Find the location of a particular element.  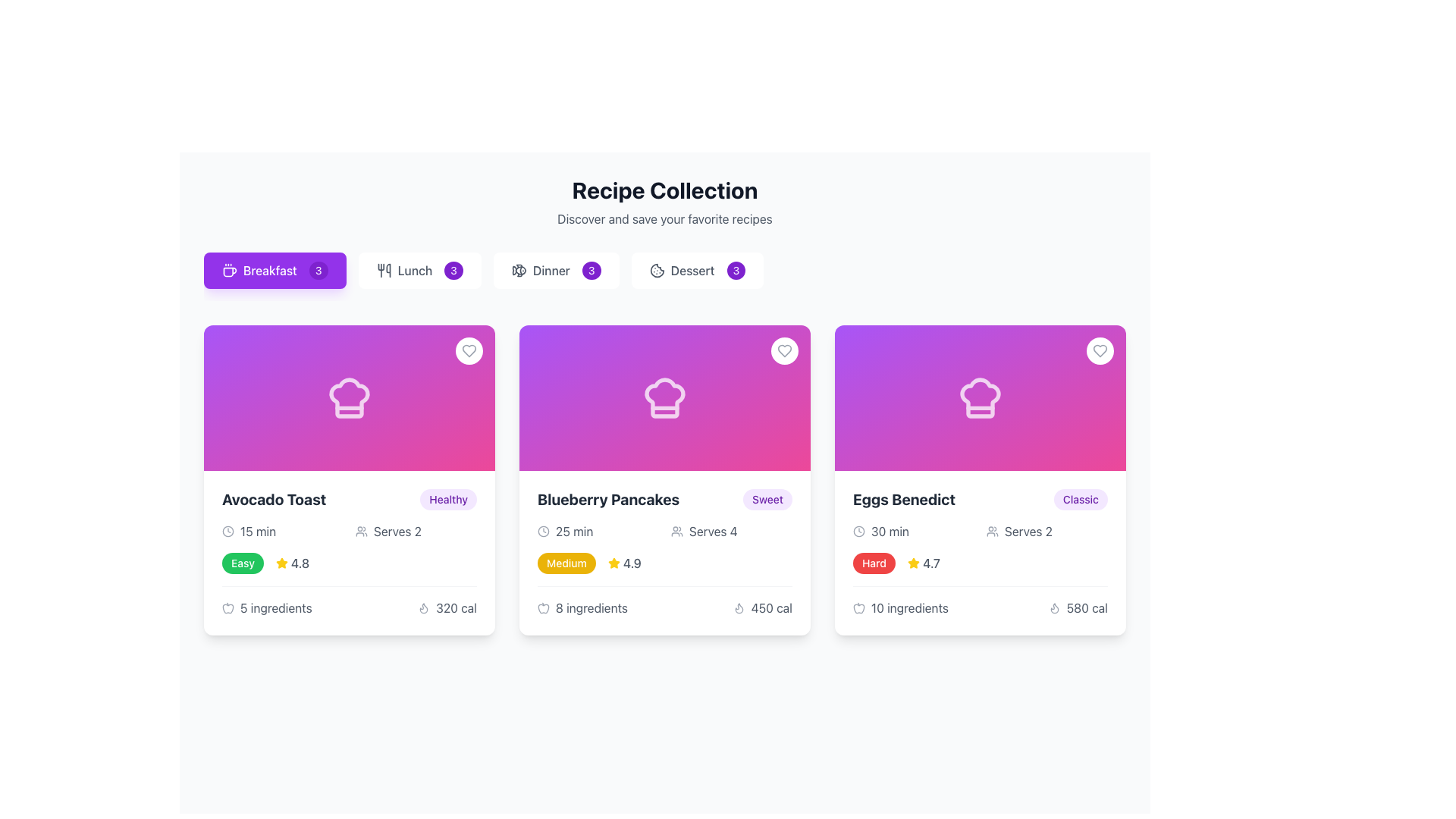

the flame-shaped icon represented as an SVG image located in the lower-right section of the 'Avocado Toast' card, adjacent to the '320 cal' text, for accessibility purposes is located at coordinates (424, 607).